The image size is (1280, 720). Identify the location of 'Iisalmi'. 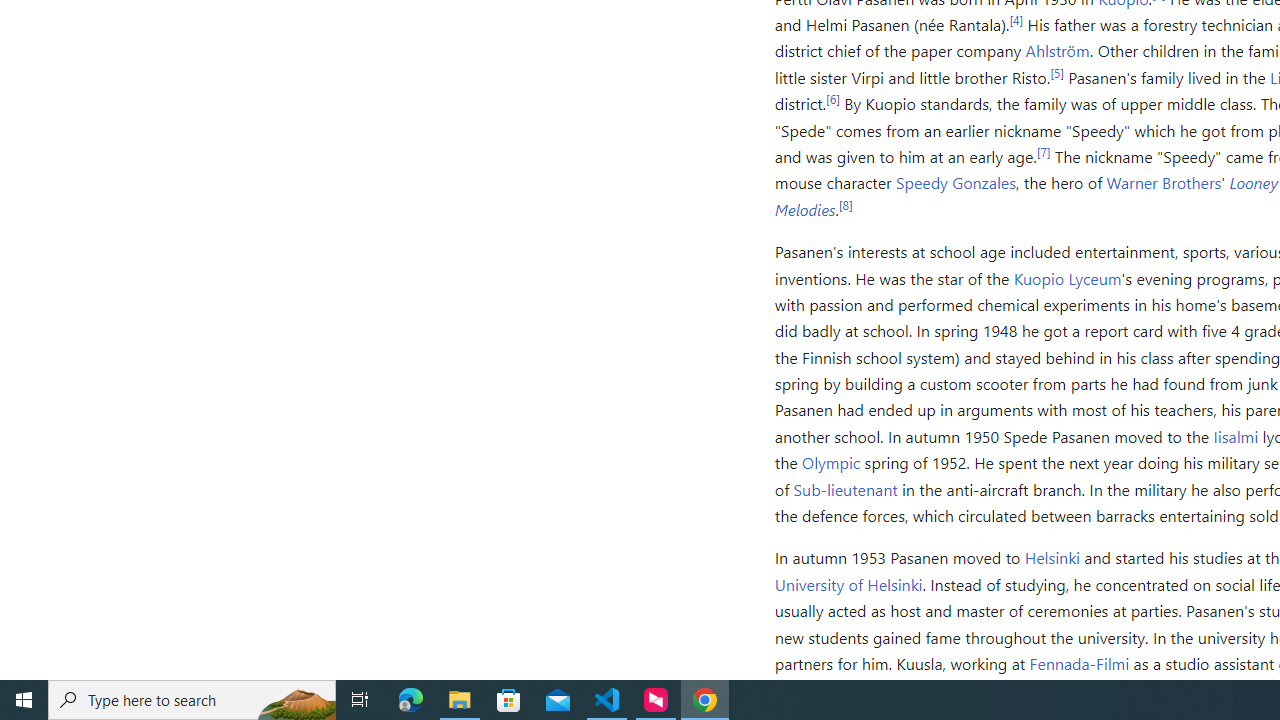
(1235, 434).